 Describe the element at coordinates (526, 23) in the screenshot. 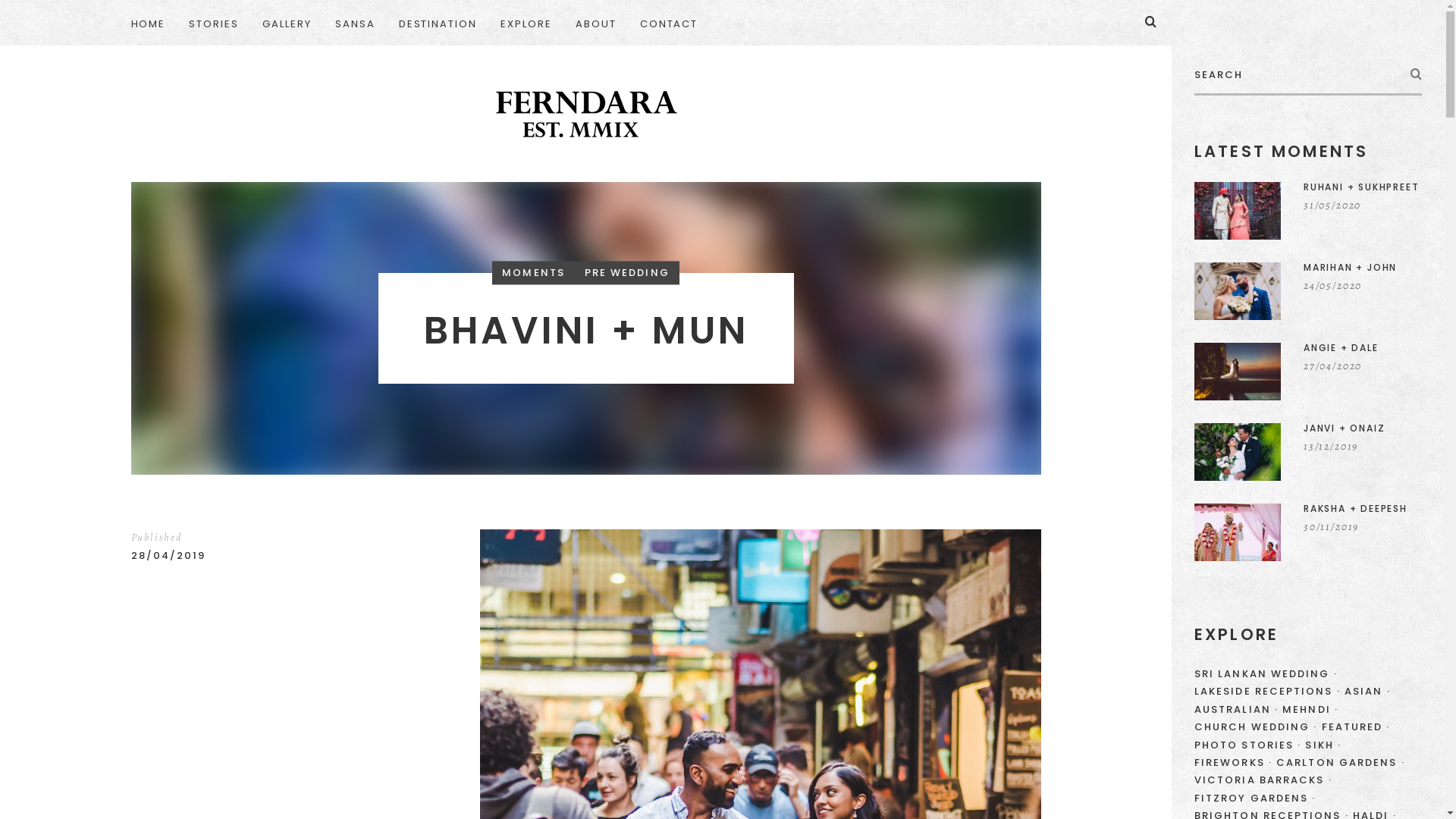

I see `'EXPLORE'` at that location.